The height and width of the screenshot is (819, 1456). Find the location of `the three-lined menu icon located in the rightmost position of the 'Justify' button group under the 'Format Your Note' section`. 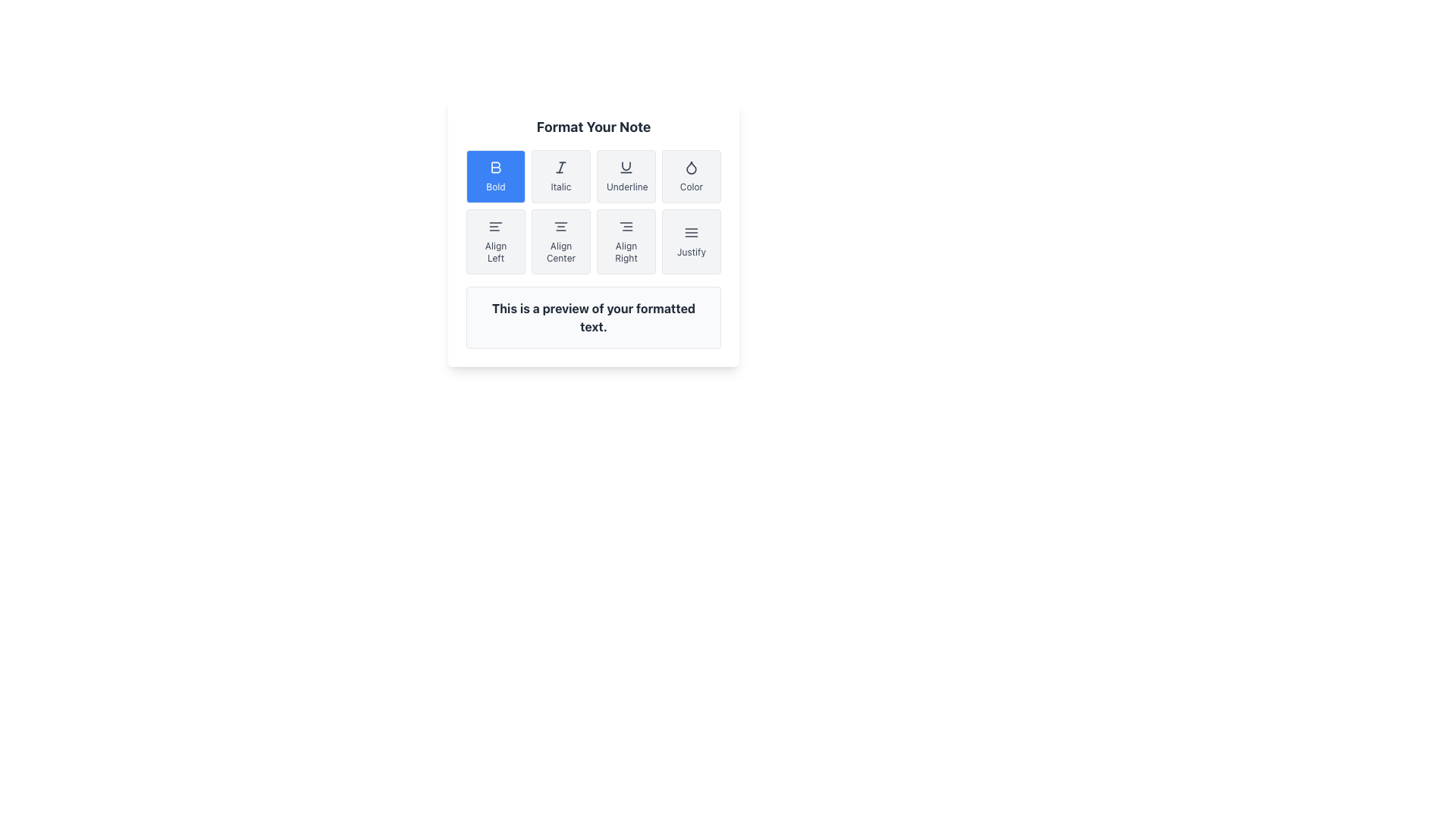

the three-lined menu icon located in the rightmost position of the 'Justify' button group under the 'Format Your Note' section is located at coordinates (691, 233).